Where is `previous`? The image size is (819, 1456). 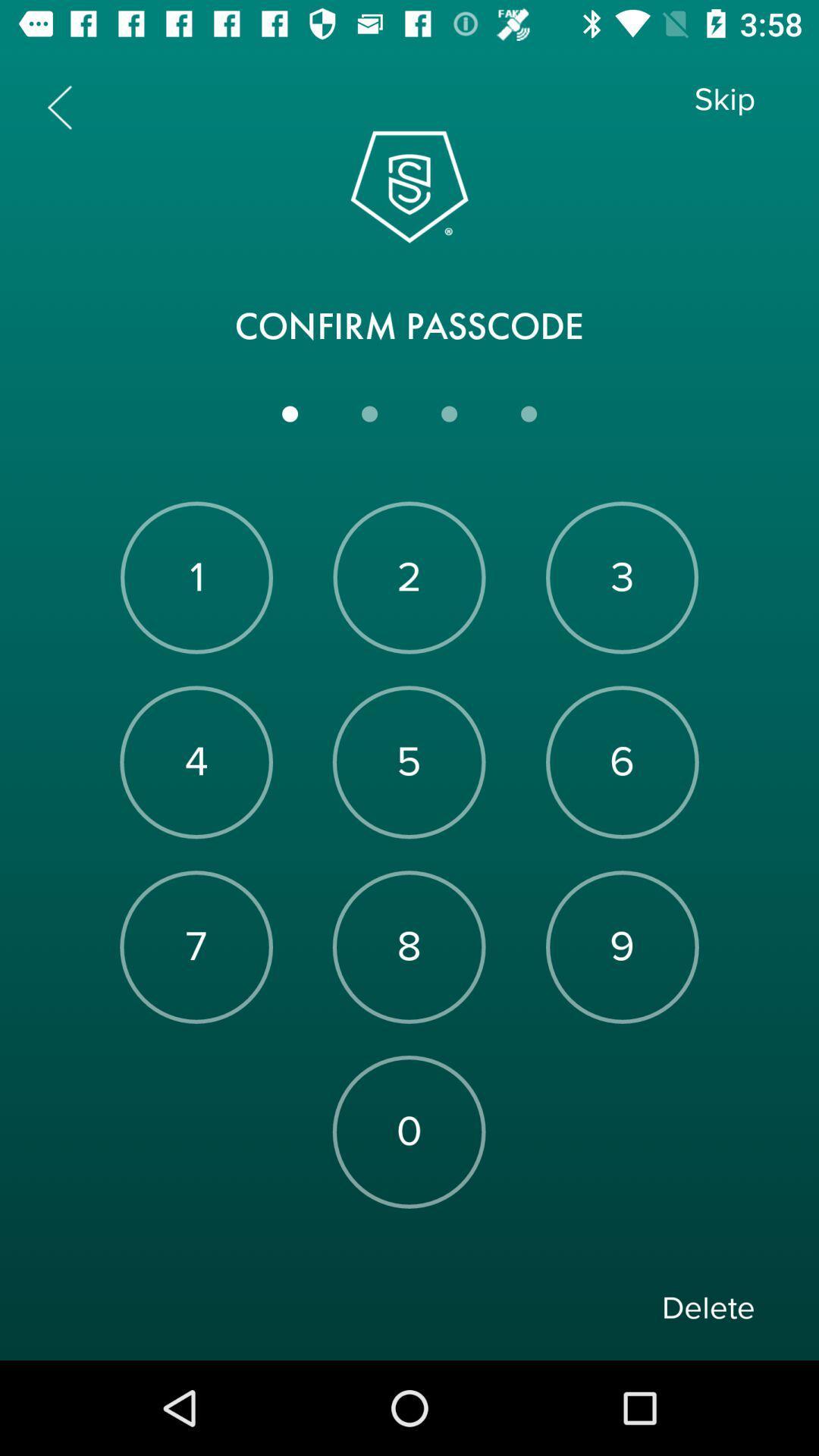
previous is located at coordinates (58, 106).